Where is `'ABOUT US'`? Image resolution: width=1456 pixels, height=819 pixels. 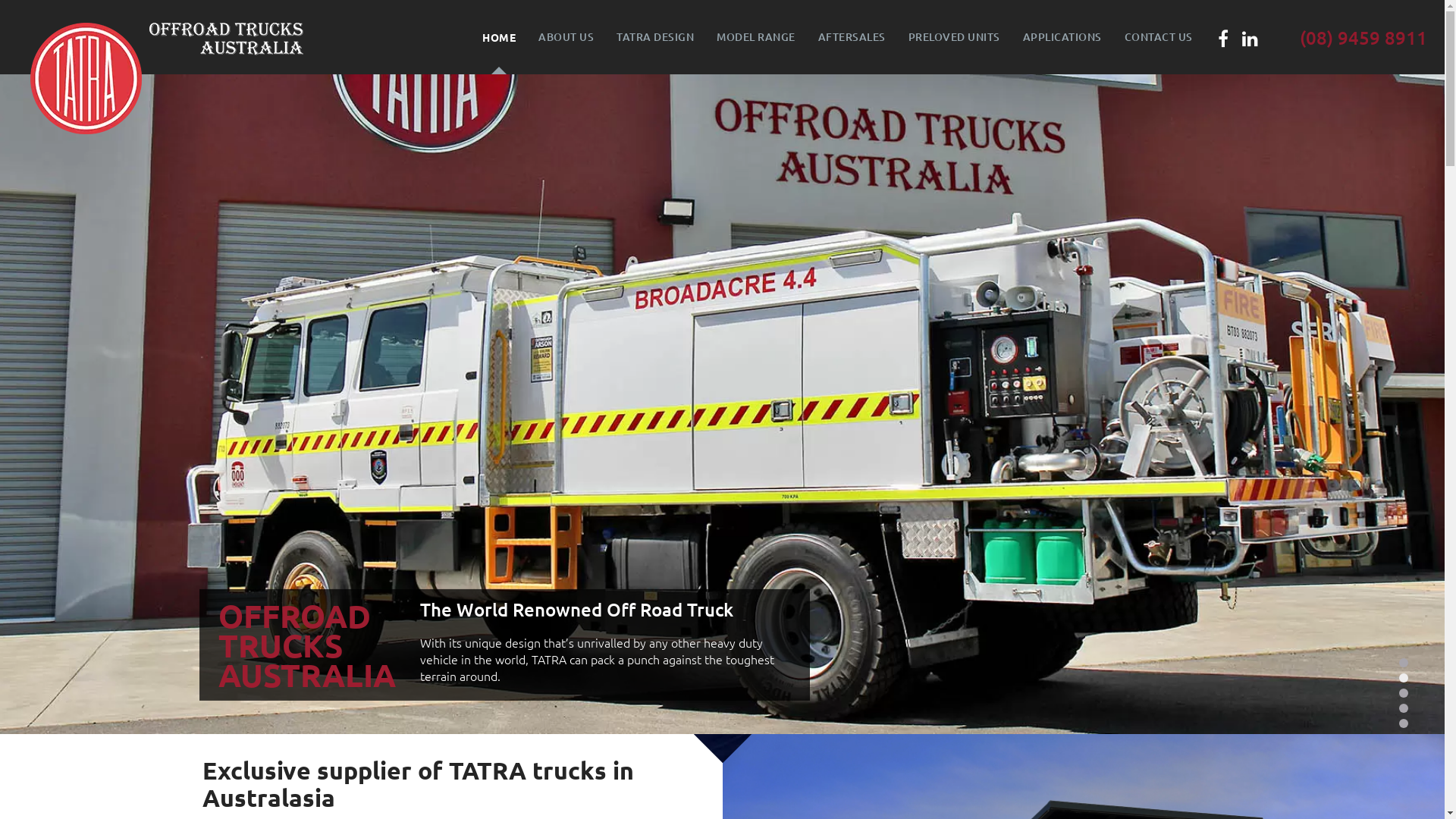 'ABOUT US' is located at coordinates (527, 36).